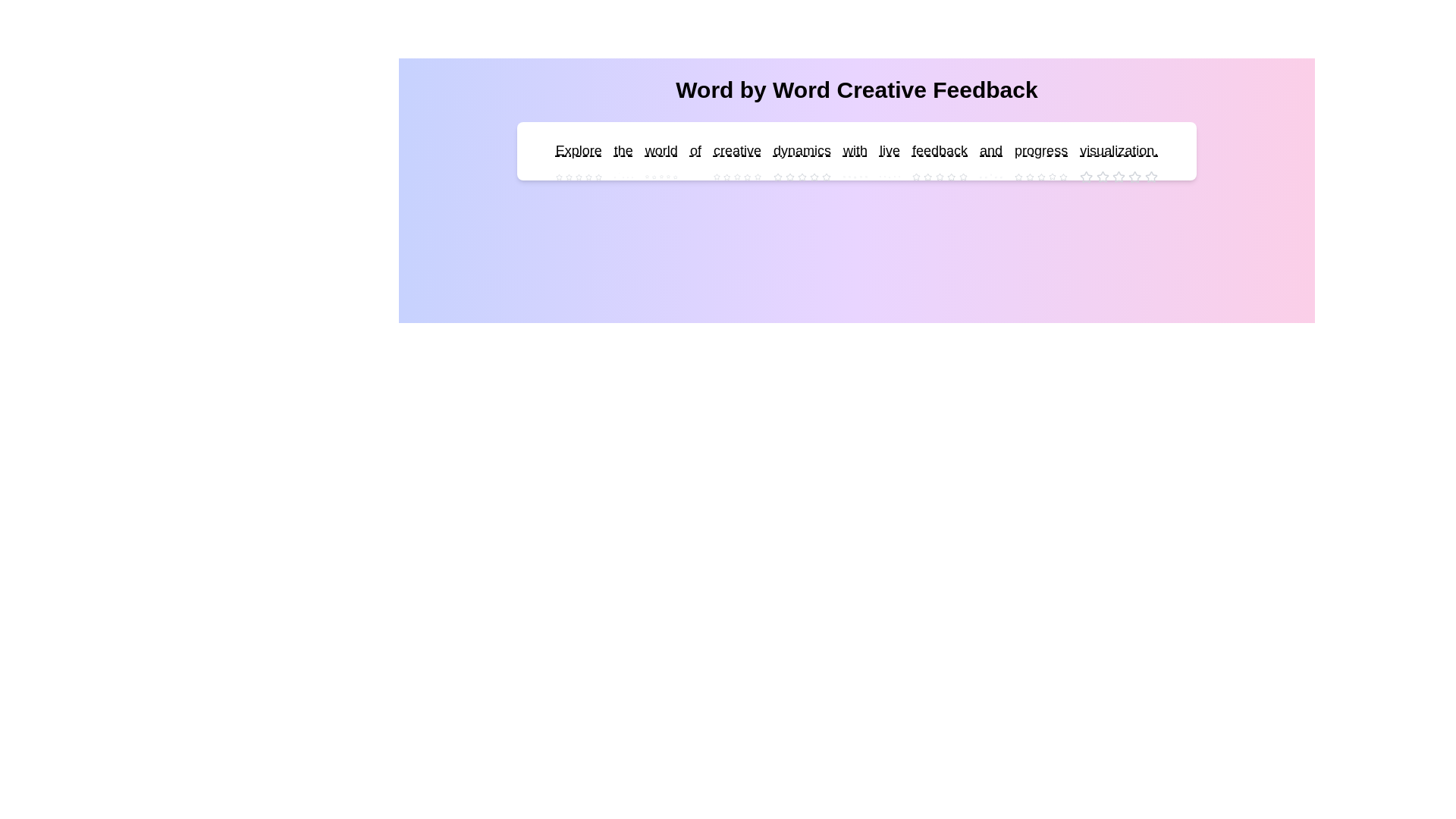  What do you see at coordinates (801, 151) in the screenshot?
I see `the word 'dynamics' to see its interactive area` at bounding box center [801, 151].